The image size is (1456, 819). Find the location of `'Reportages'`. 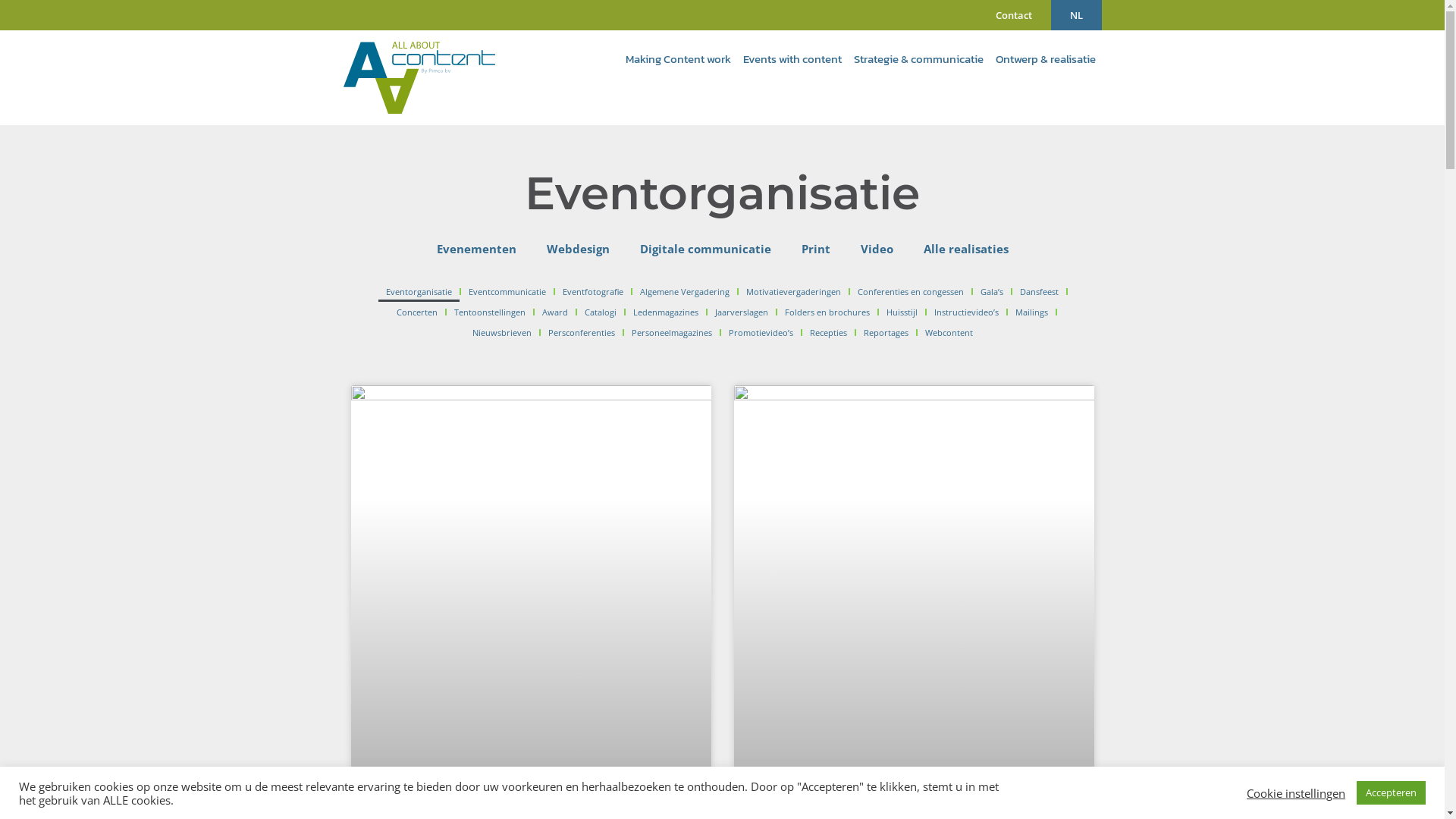

'Reportages' is located at coordinates (885, 332).